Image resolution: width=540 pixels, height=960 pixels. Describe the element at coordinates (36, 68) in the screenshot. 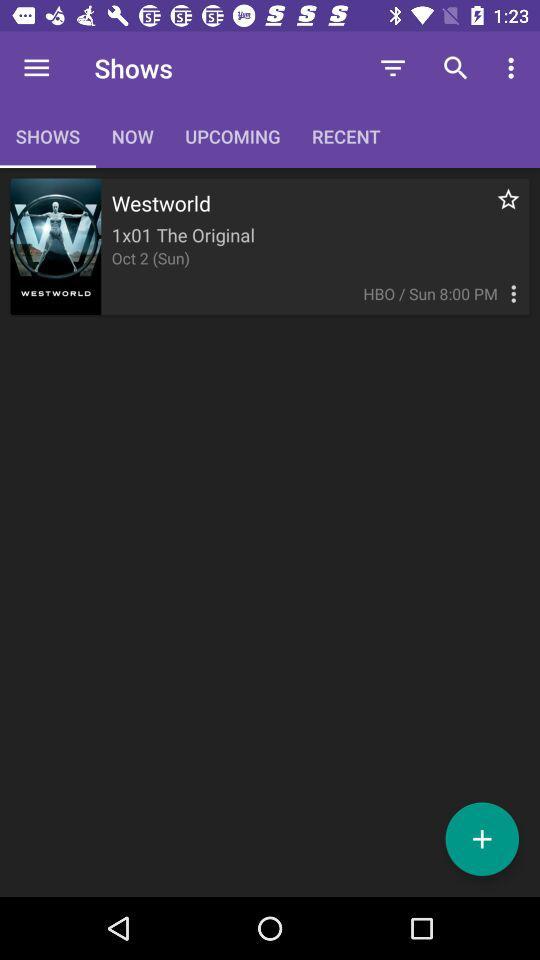

I see `the icon to the left of shows` at that location.